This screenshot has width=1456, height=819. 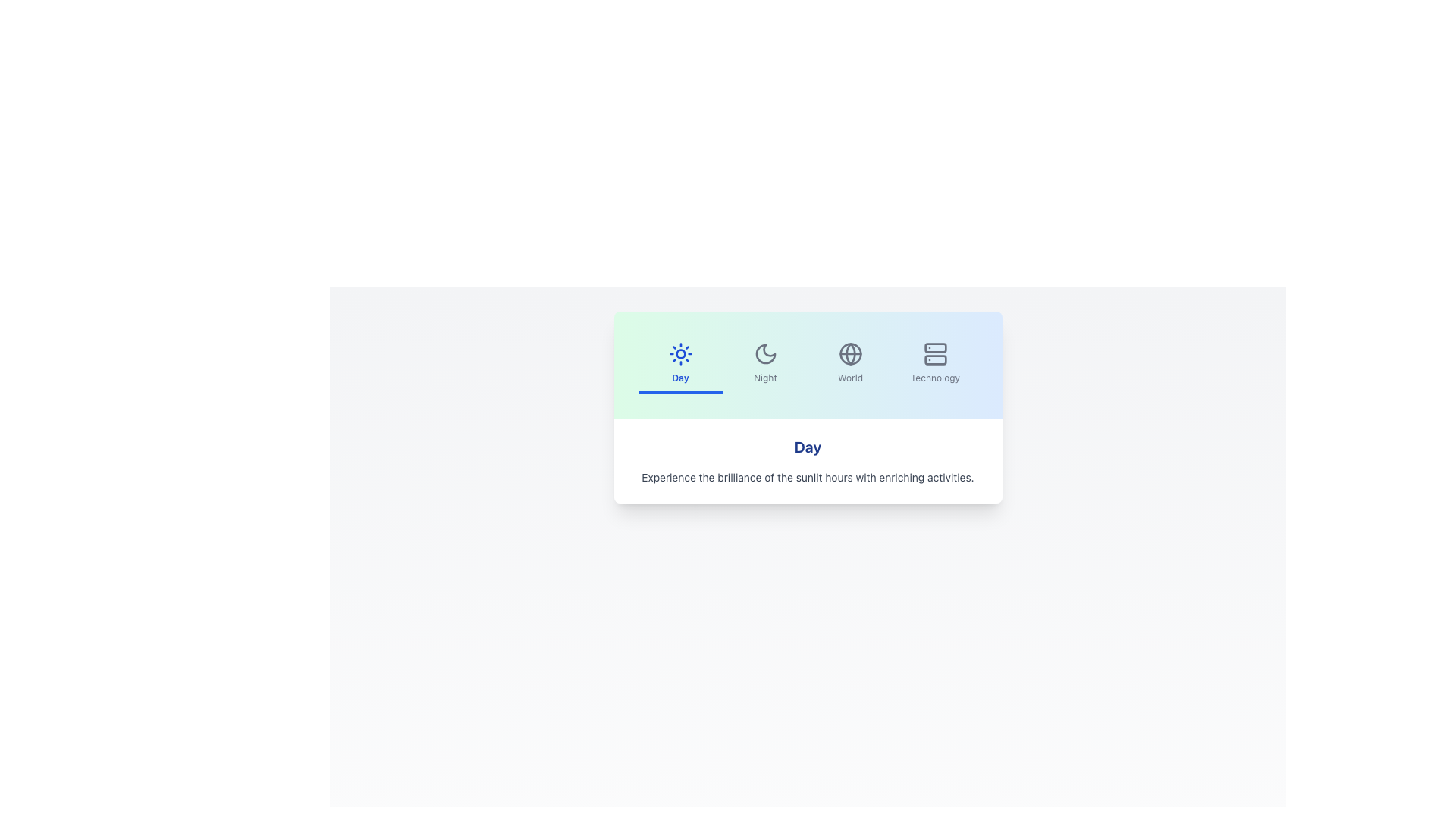 I want to click on the text label for the third option in the navigation menu, which is positioned below the globe icon, so click(x=850, y=377).